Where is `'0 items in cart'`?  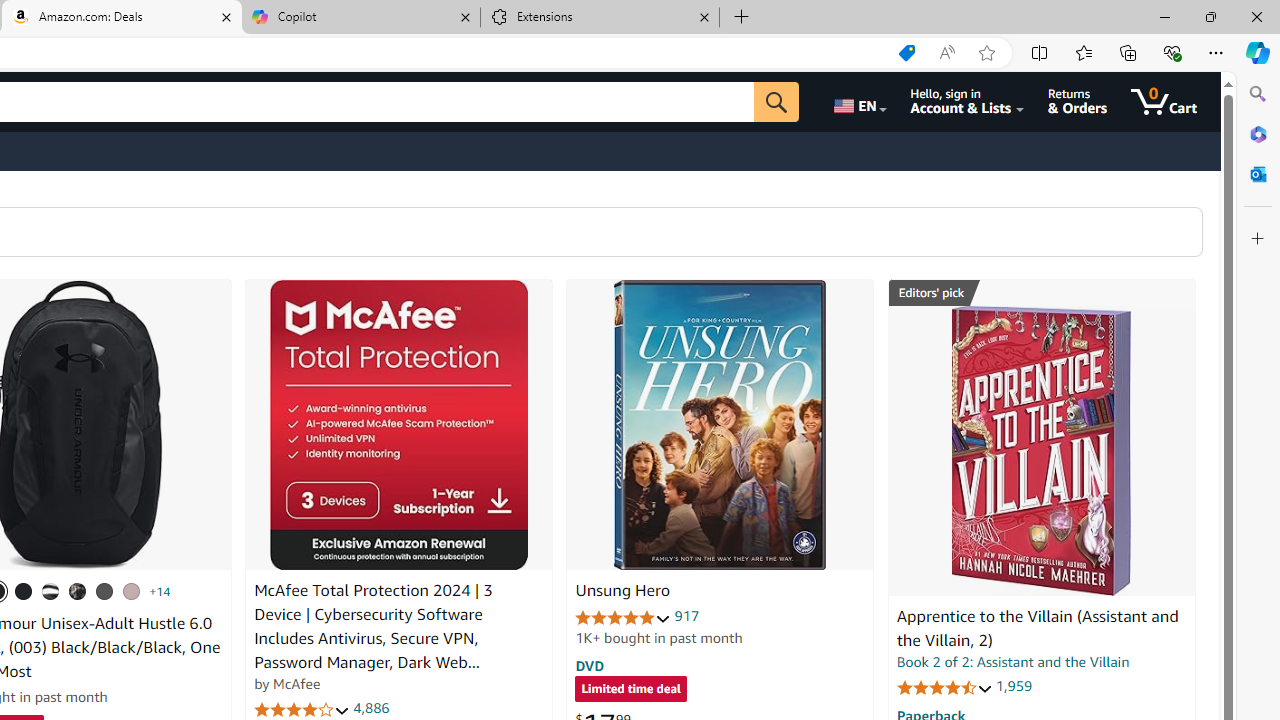 '0 items in cart' is located at coordinates (1164, 101).